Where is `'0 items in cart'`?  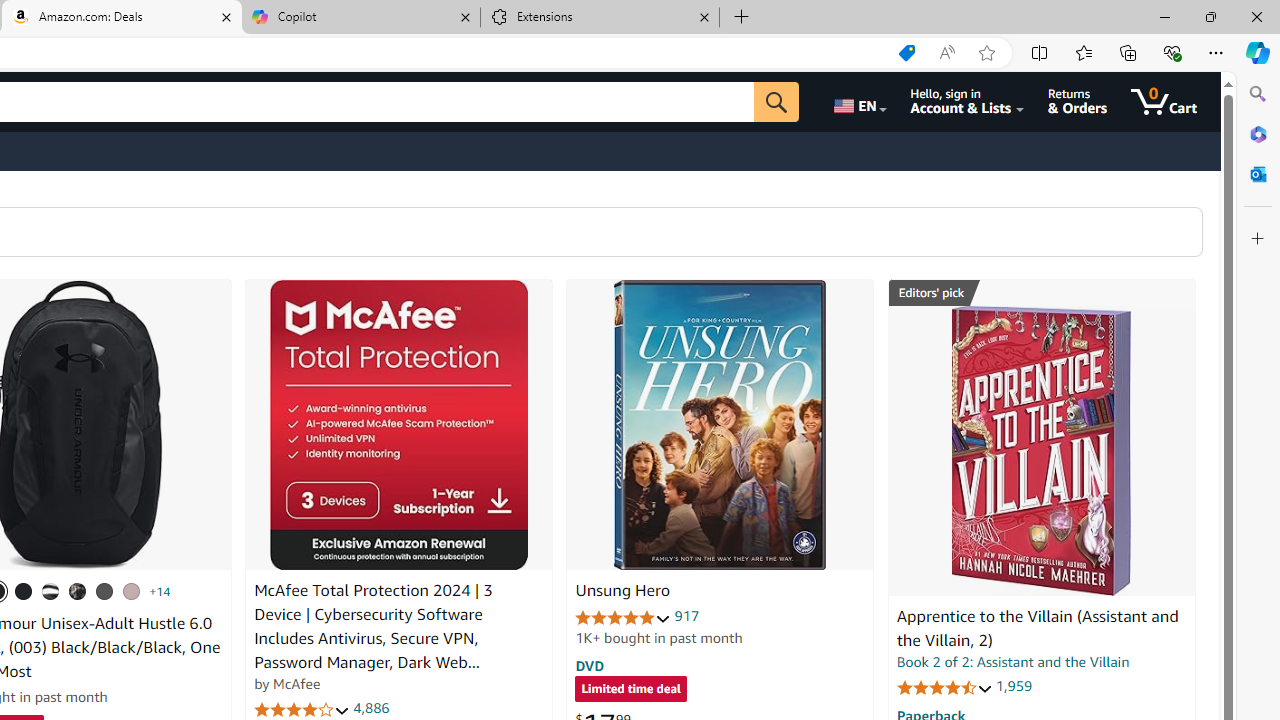 '0 items in cart' is located at coordinates (1164, 101).